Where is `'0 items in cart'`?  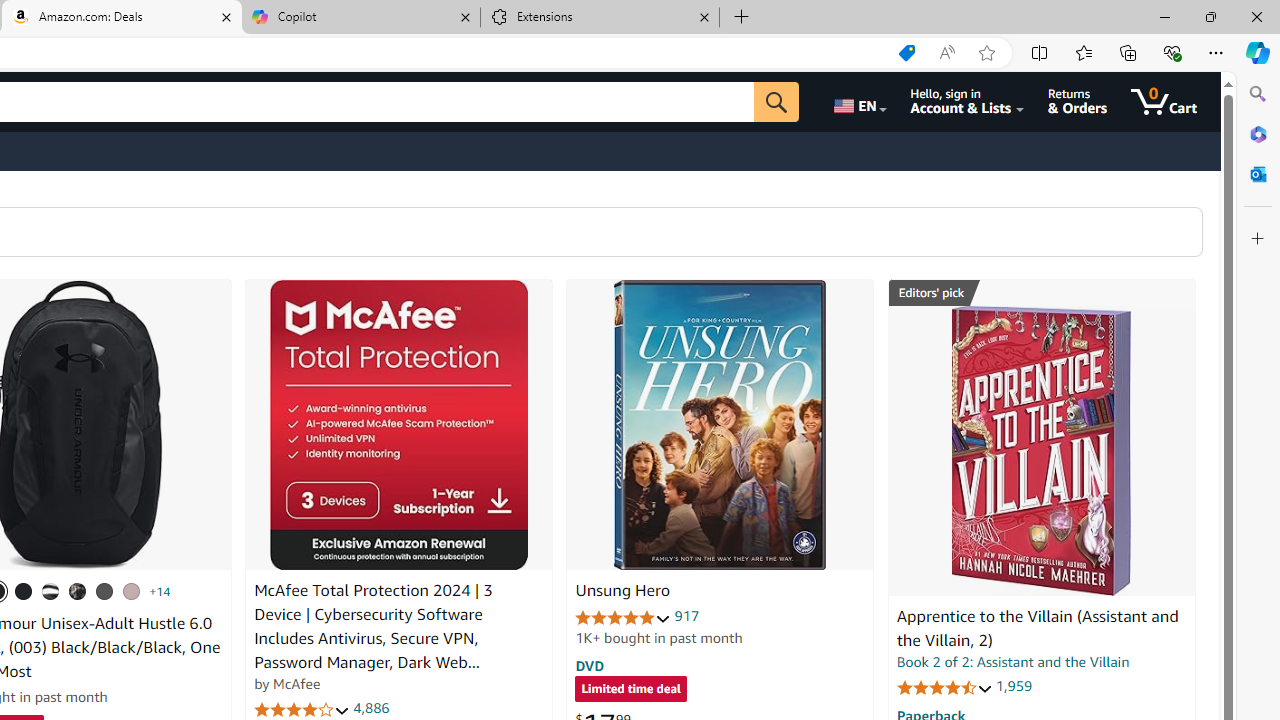 '0 items in cart' is located at coordinates (1164, 101).